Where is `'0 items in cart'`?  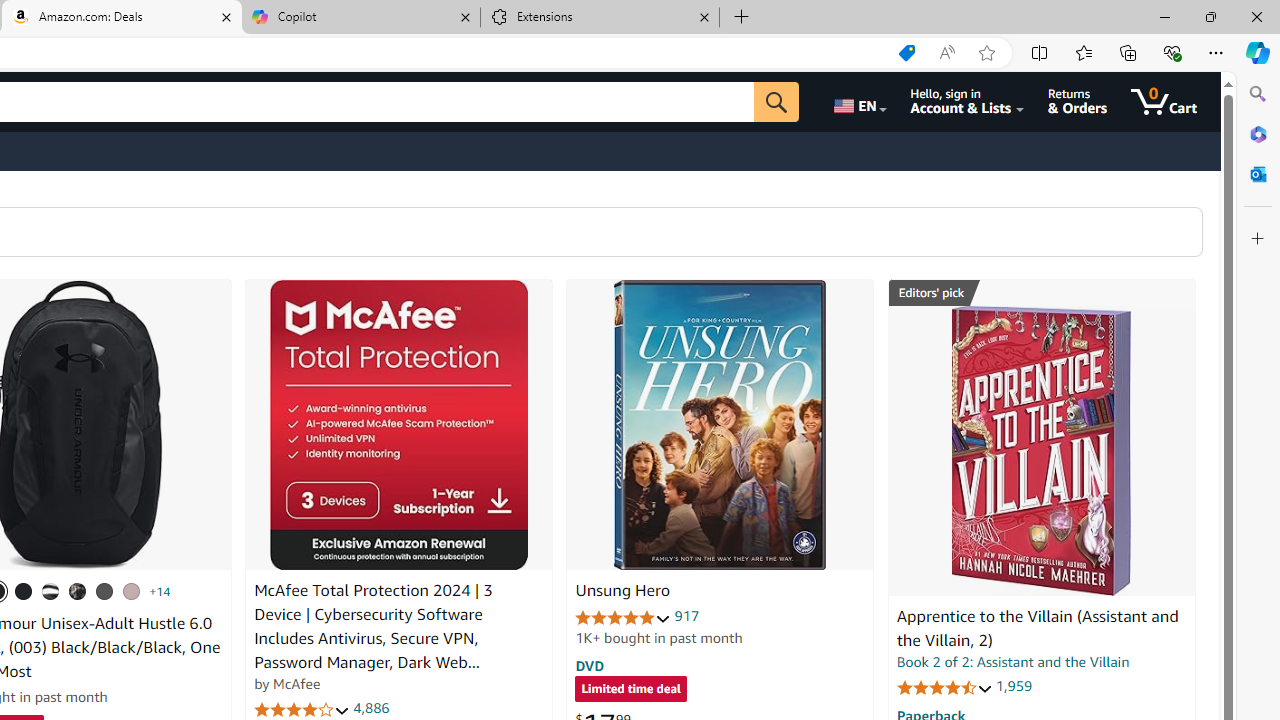 '0 items in cart' is located at coordinates (1164, 101).